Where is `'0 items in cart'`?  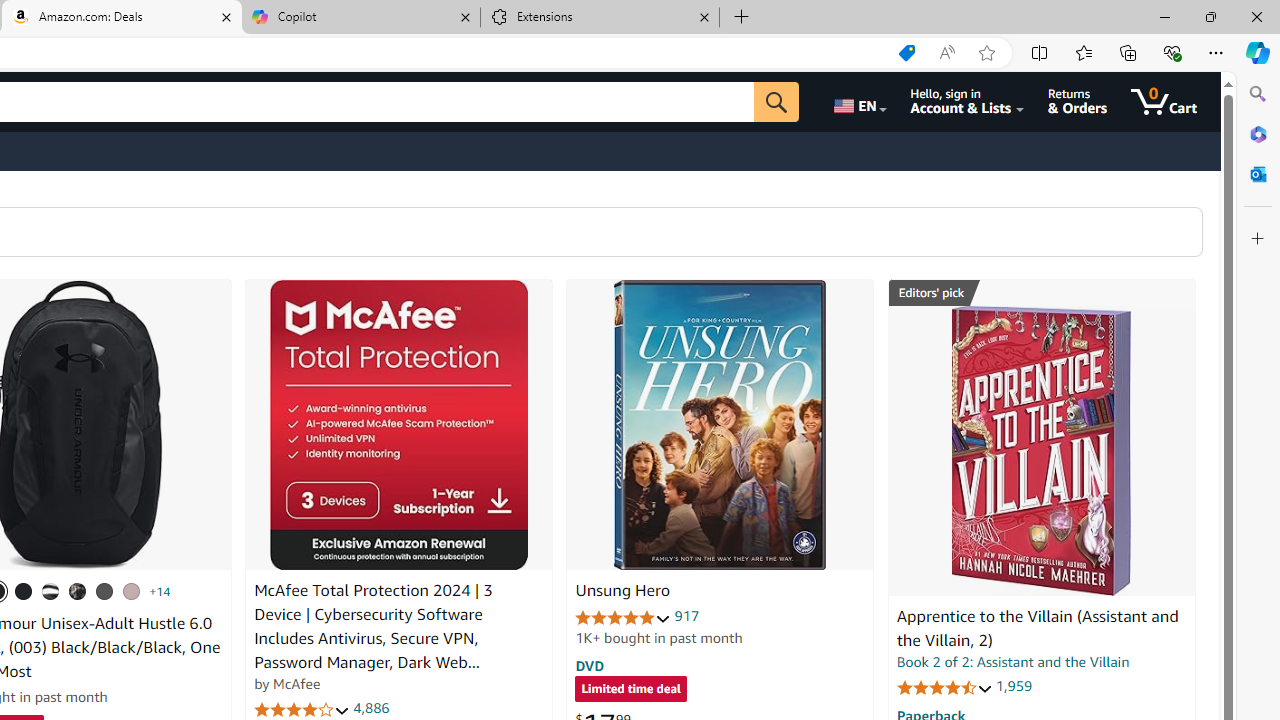 '0 items in cart' is located at coordinates (1164, 101).